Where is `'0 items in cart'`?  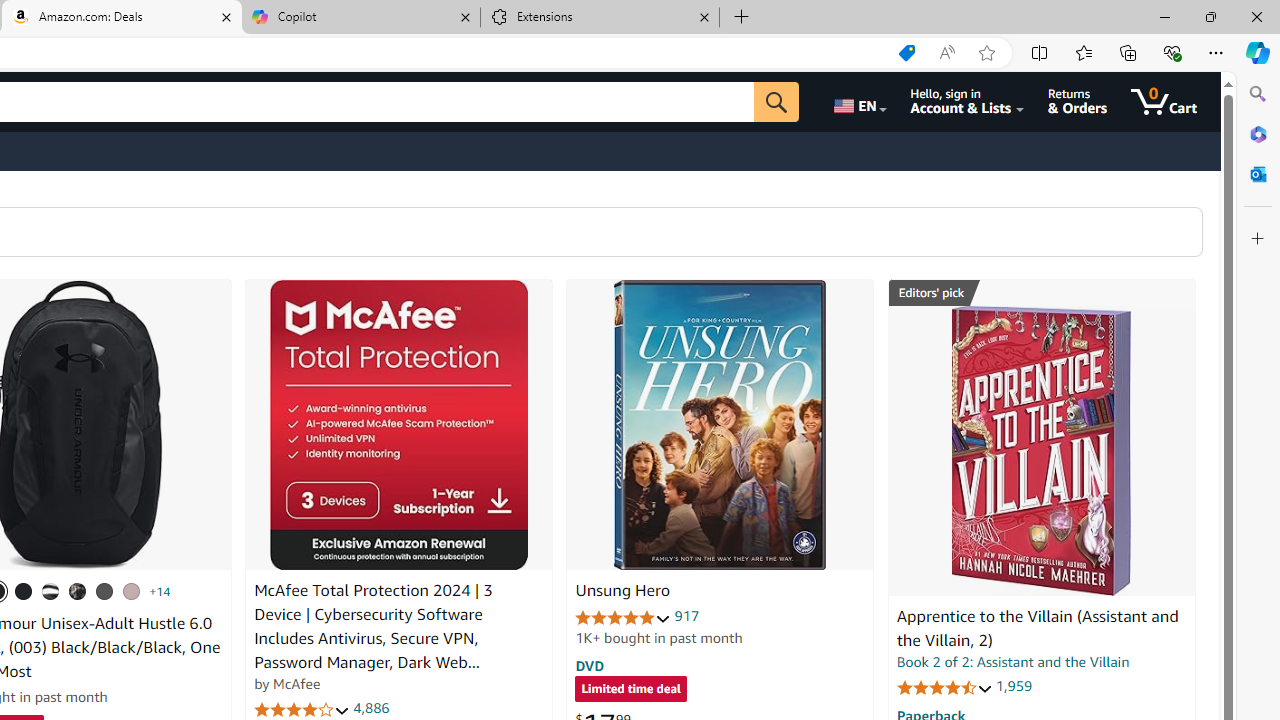 '0 items in cart' is located at coordinates (1164, 101).